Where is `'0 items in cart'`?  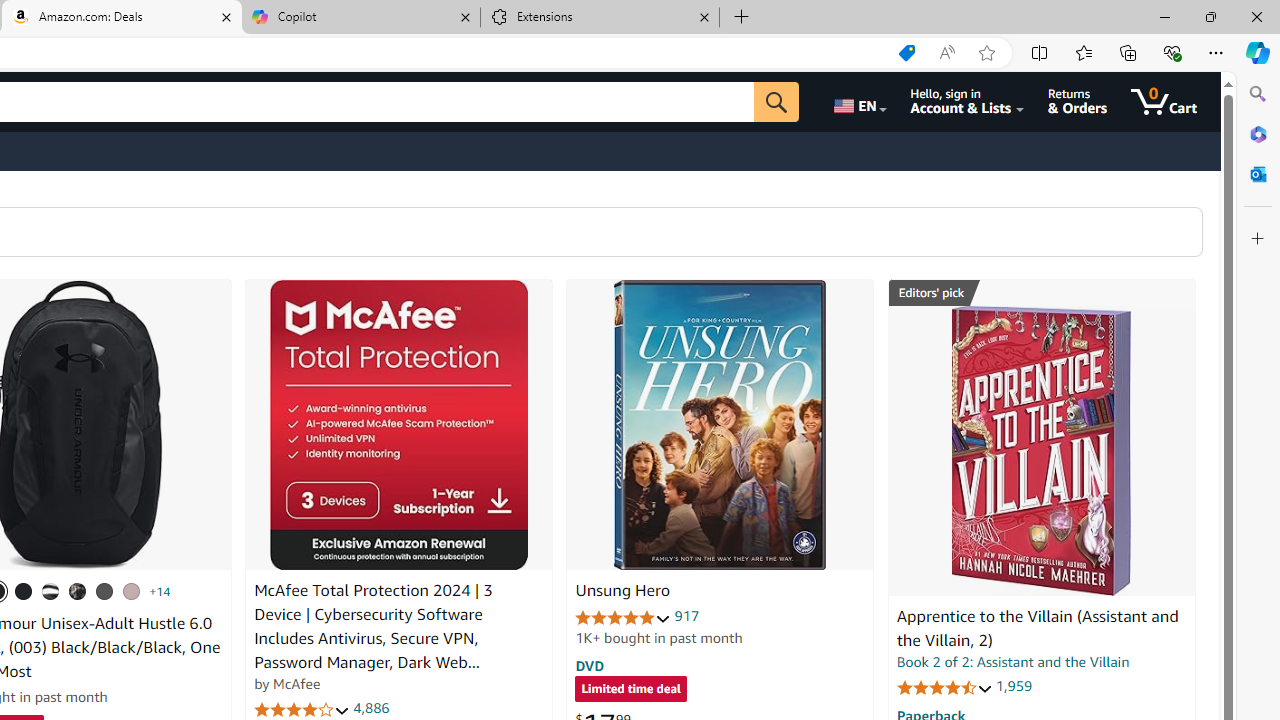 '0 items in cart' is located at coordinates (1164, 101).